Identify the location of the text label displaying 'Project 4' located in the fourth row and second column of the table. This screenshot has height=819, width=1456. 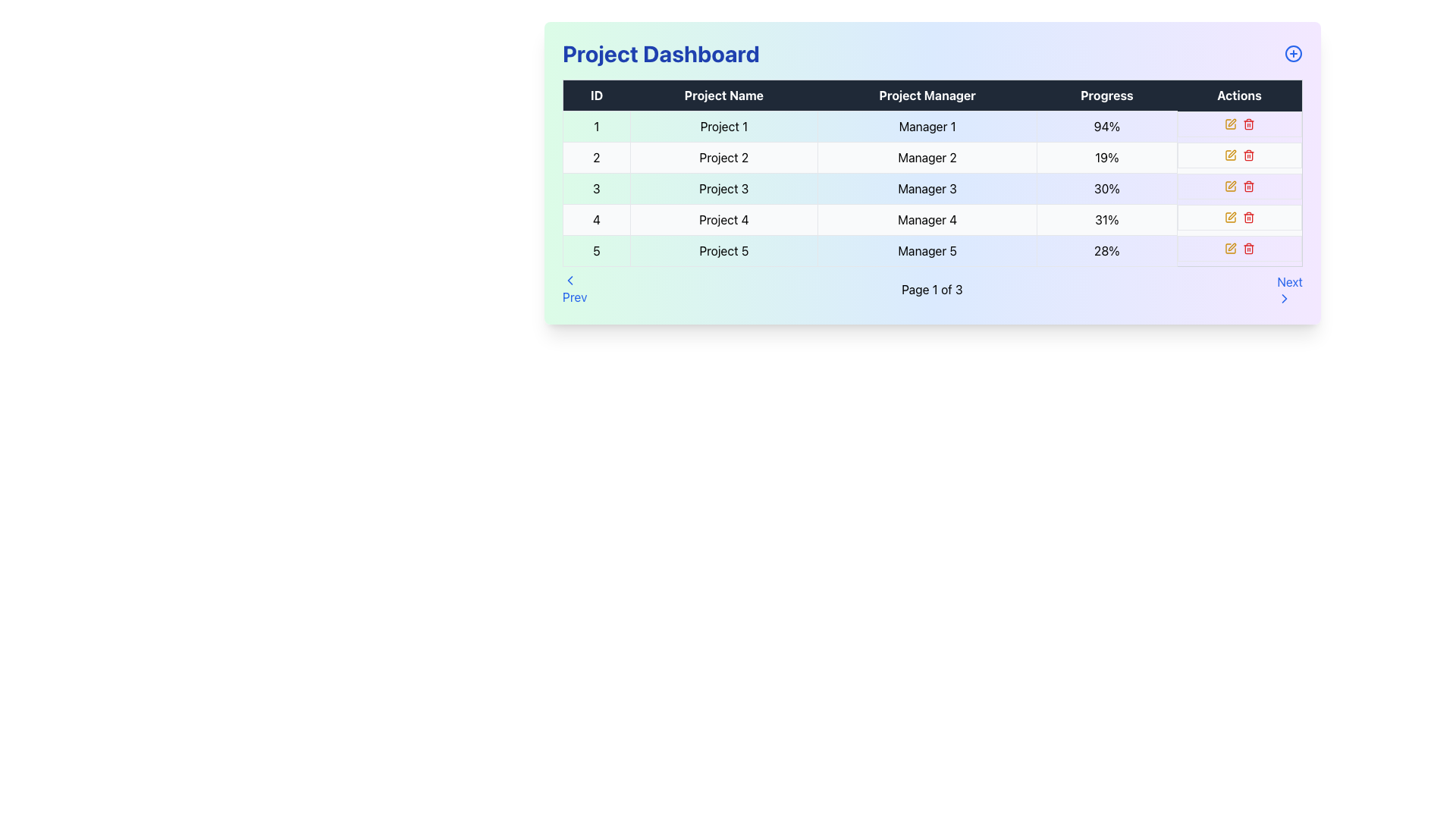
(723, 219).